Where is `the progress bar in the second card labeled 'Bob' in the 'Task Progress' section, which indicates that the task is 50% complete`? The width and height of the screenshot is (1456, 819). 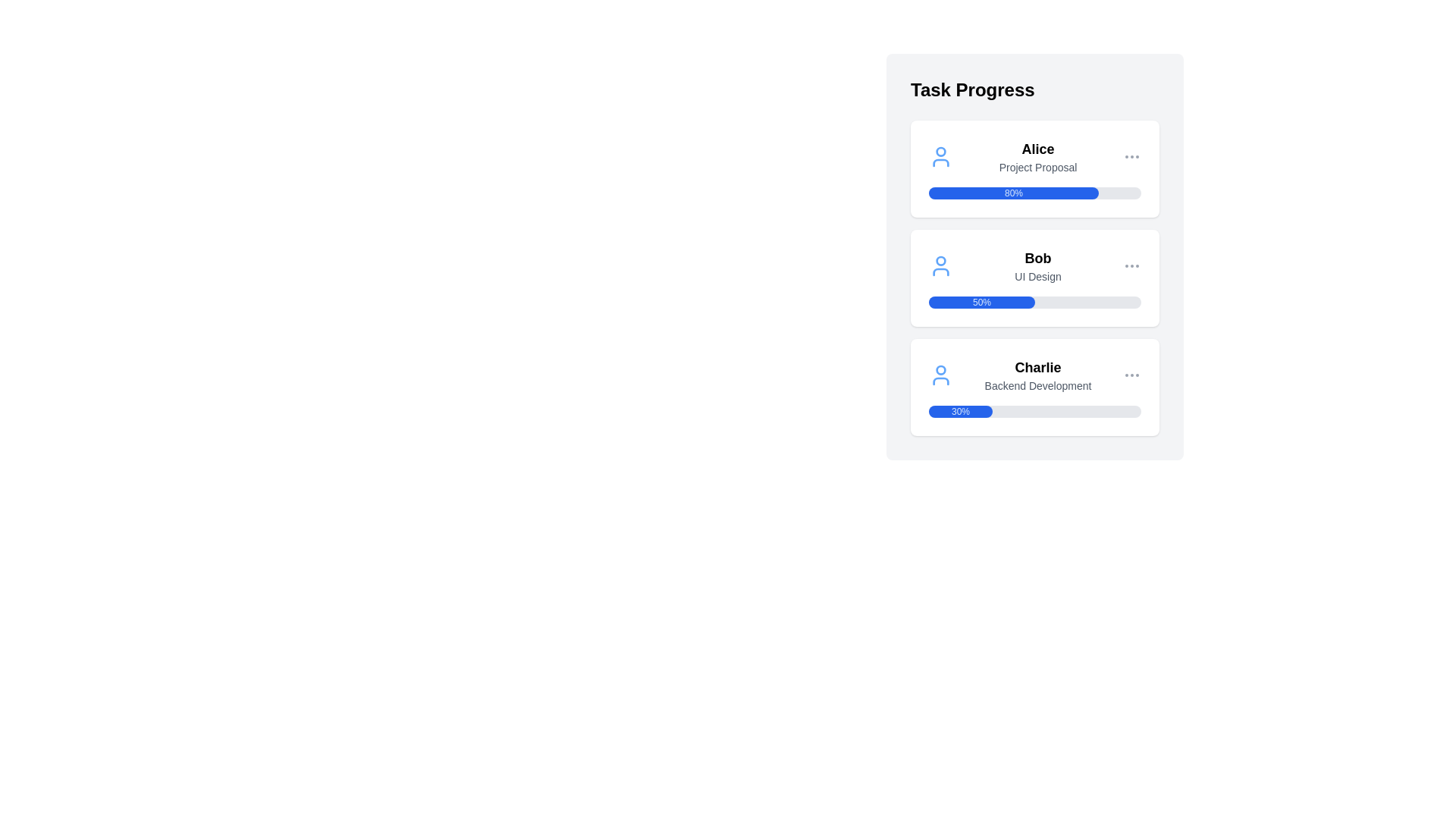
the progress bar in the second card labeled 'Bob' in the 'Task Progress' section, which indicates that the task is 50% complete is located at coordinates (1034, 302).